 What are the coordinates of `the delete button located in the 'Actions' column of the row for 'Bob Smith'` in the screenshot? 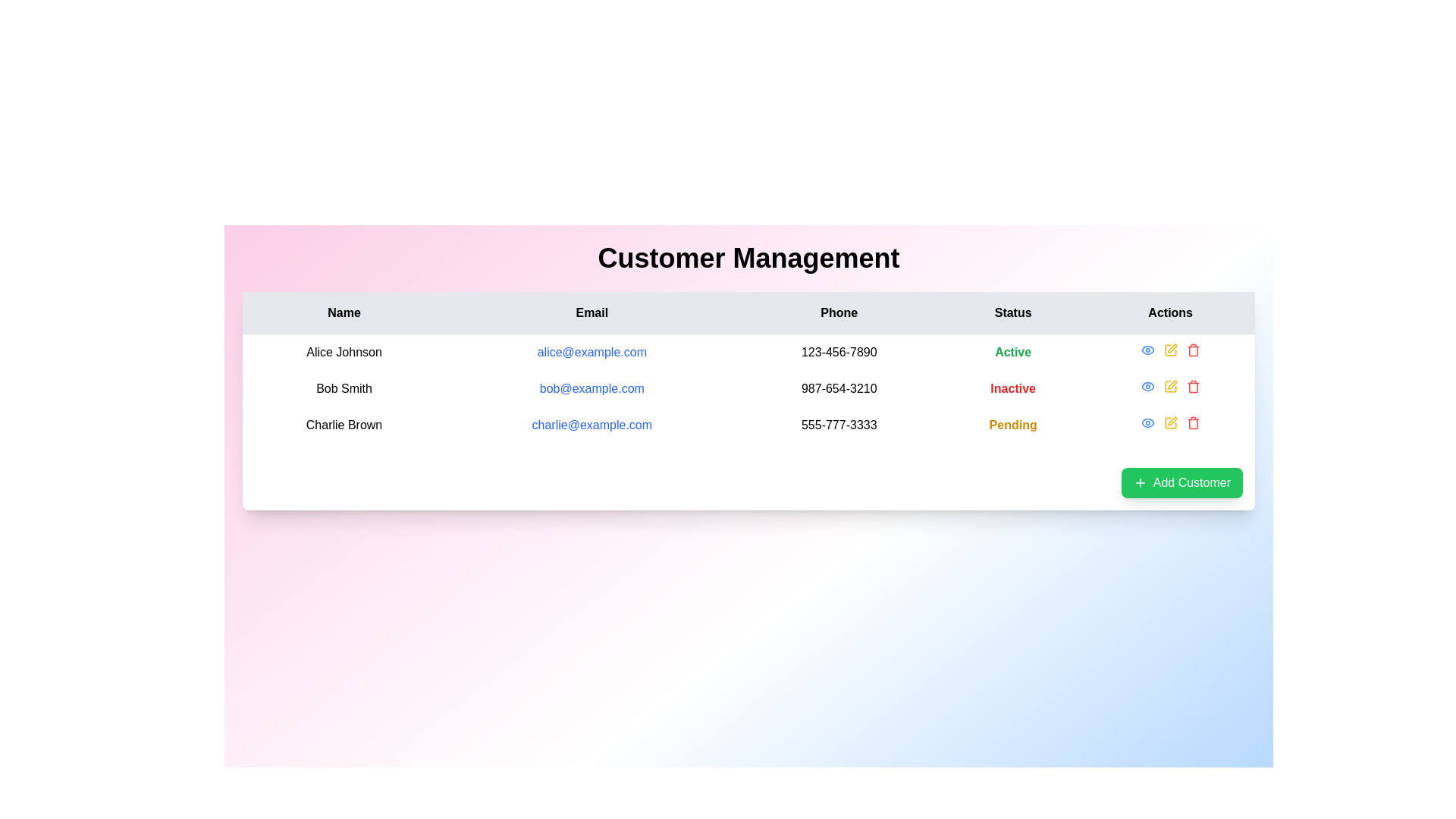 It's located at (1192, 350).